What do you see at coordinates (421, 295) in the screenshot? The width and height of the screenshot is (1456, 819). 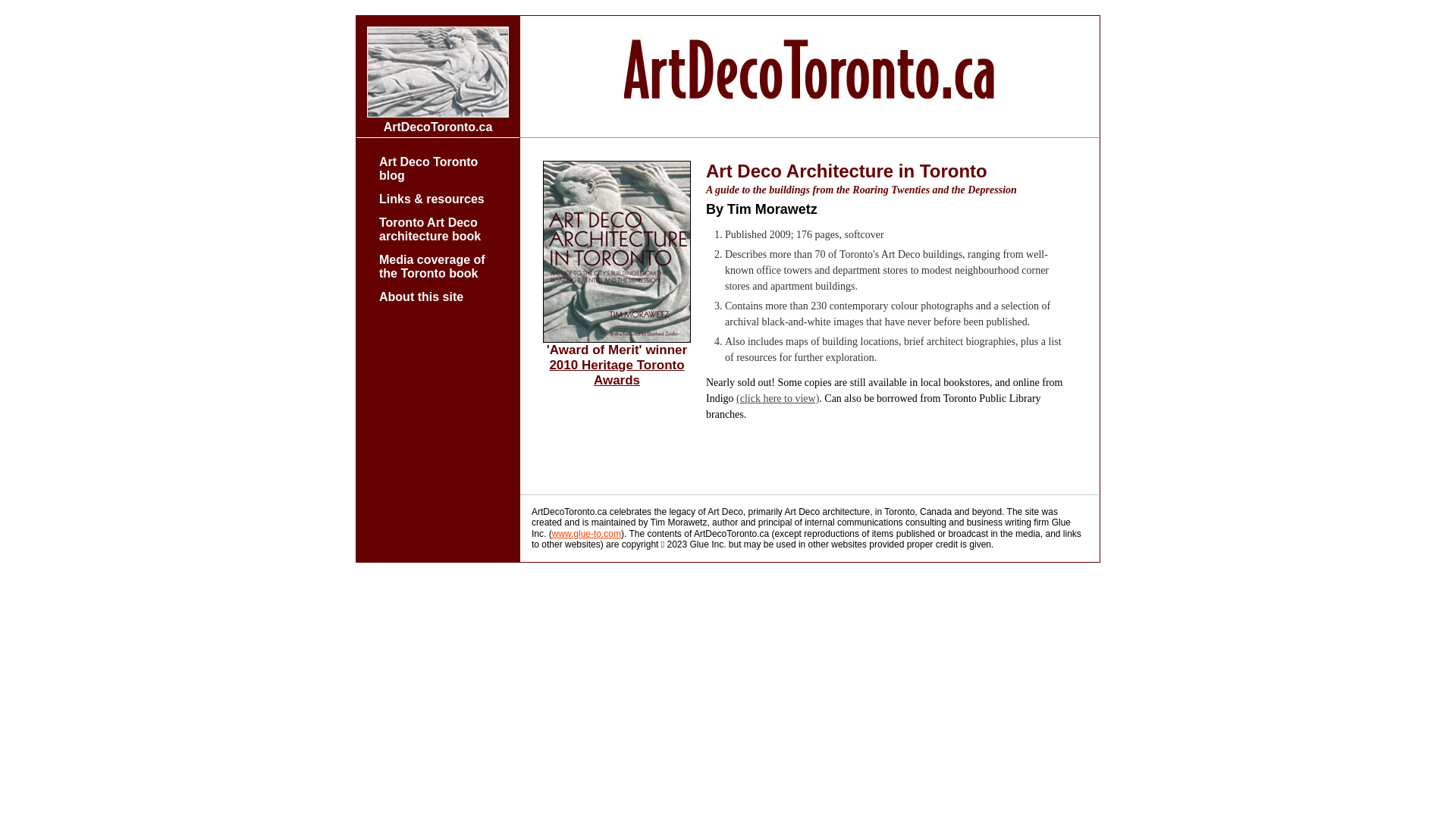 I see `'About this site'` at bounding box center [421, 295].